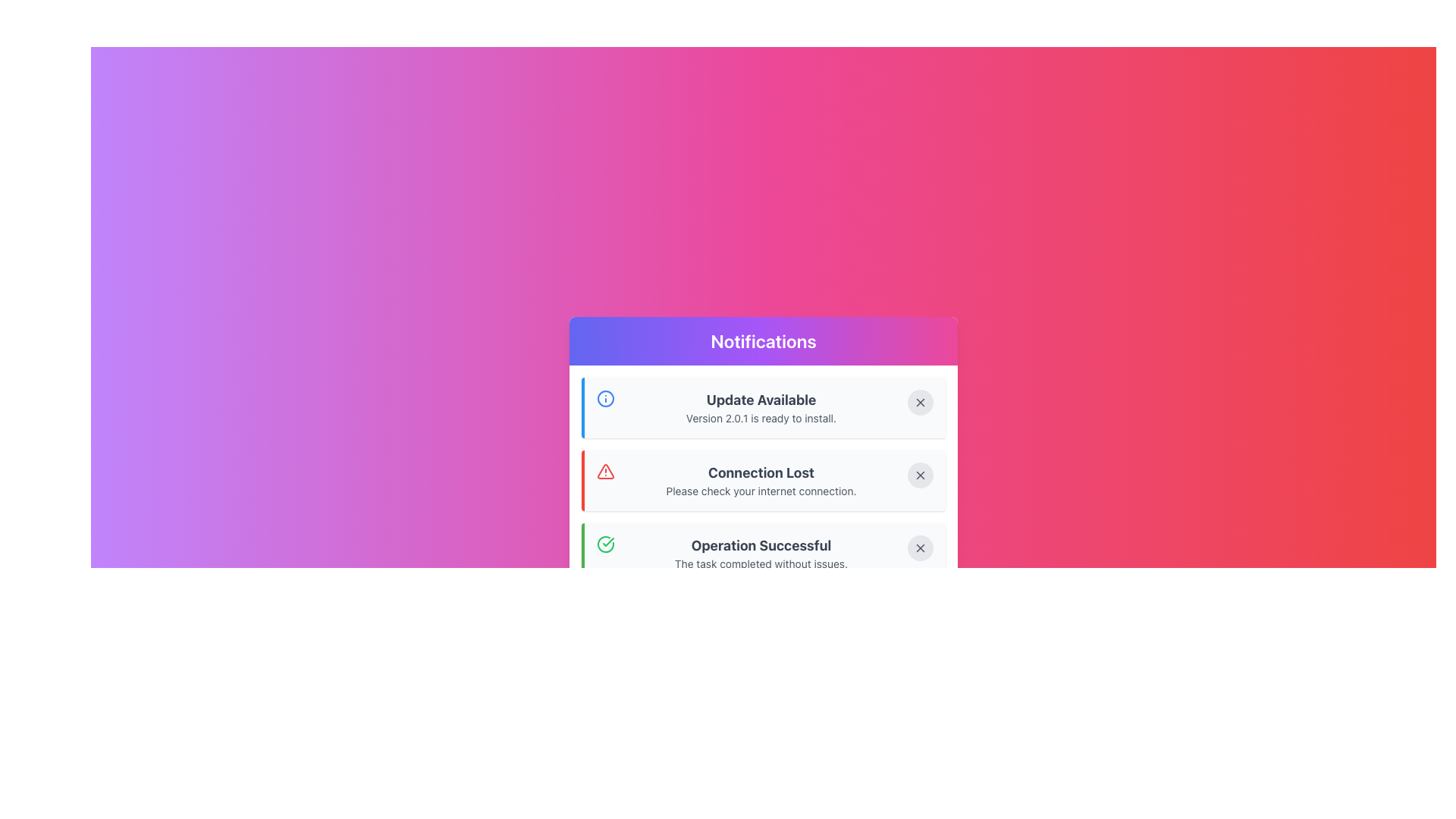 The height and width of the screenshot is (819, 1456). What do you see at coordinates (764, 341) in the screenshot?
I see `header text of the notification interface, positioned at the top of the notification card and centered horizontally` at bounding box center [764, 341].